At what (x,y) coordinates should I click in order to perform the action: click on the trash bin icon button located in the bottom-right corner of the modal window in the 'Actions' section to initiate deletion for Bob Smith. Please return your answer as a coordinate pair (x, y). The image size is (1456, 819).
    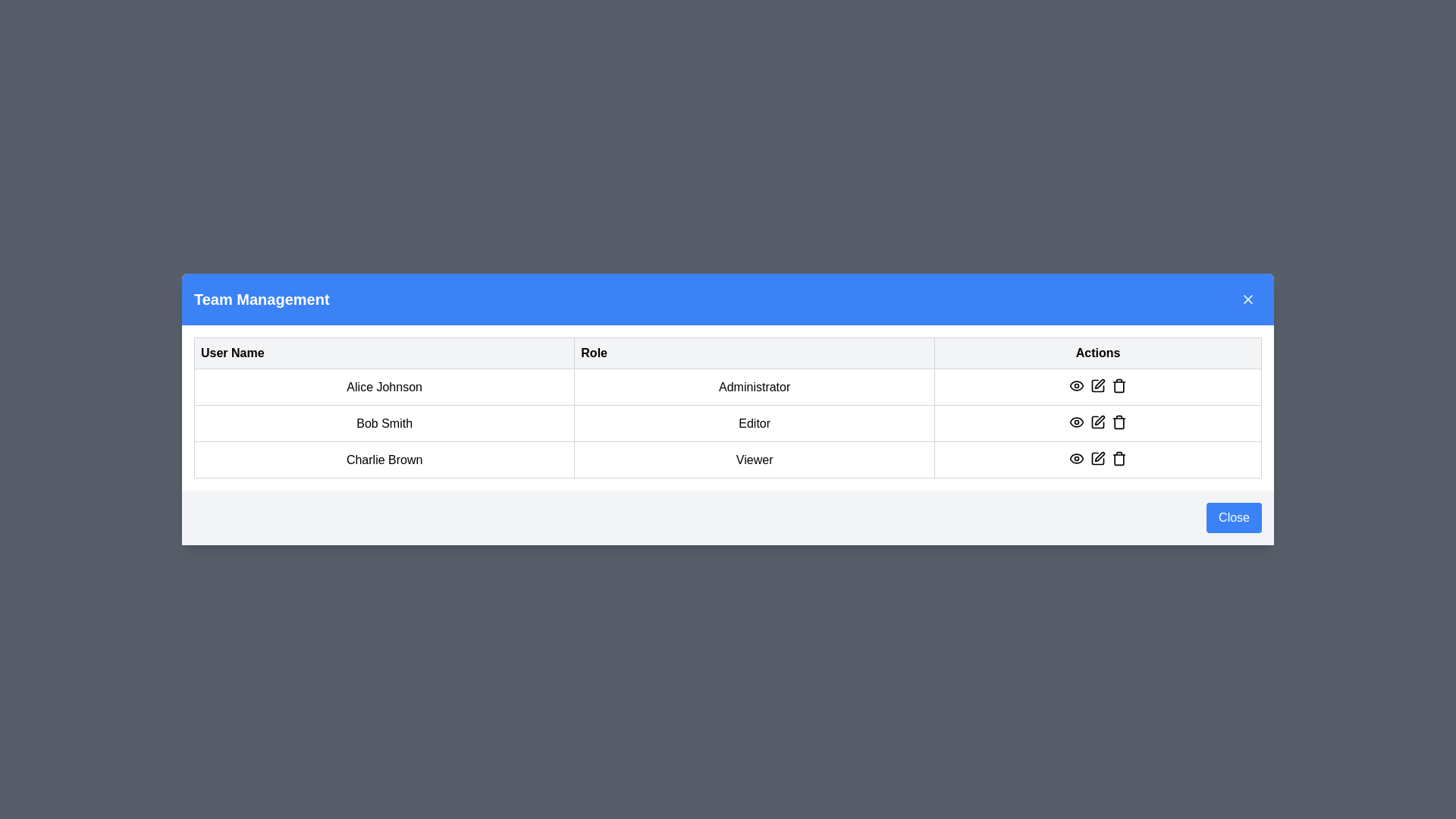
    Looking at the image, I should click on (1119, 423).